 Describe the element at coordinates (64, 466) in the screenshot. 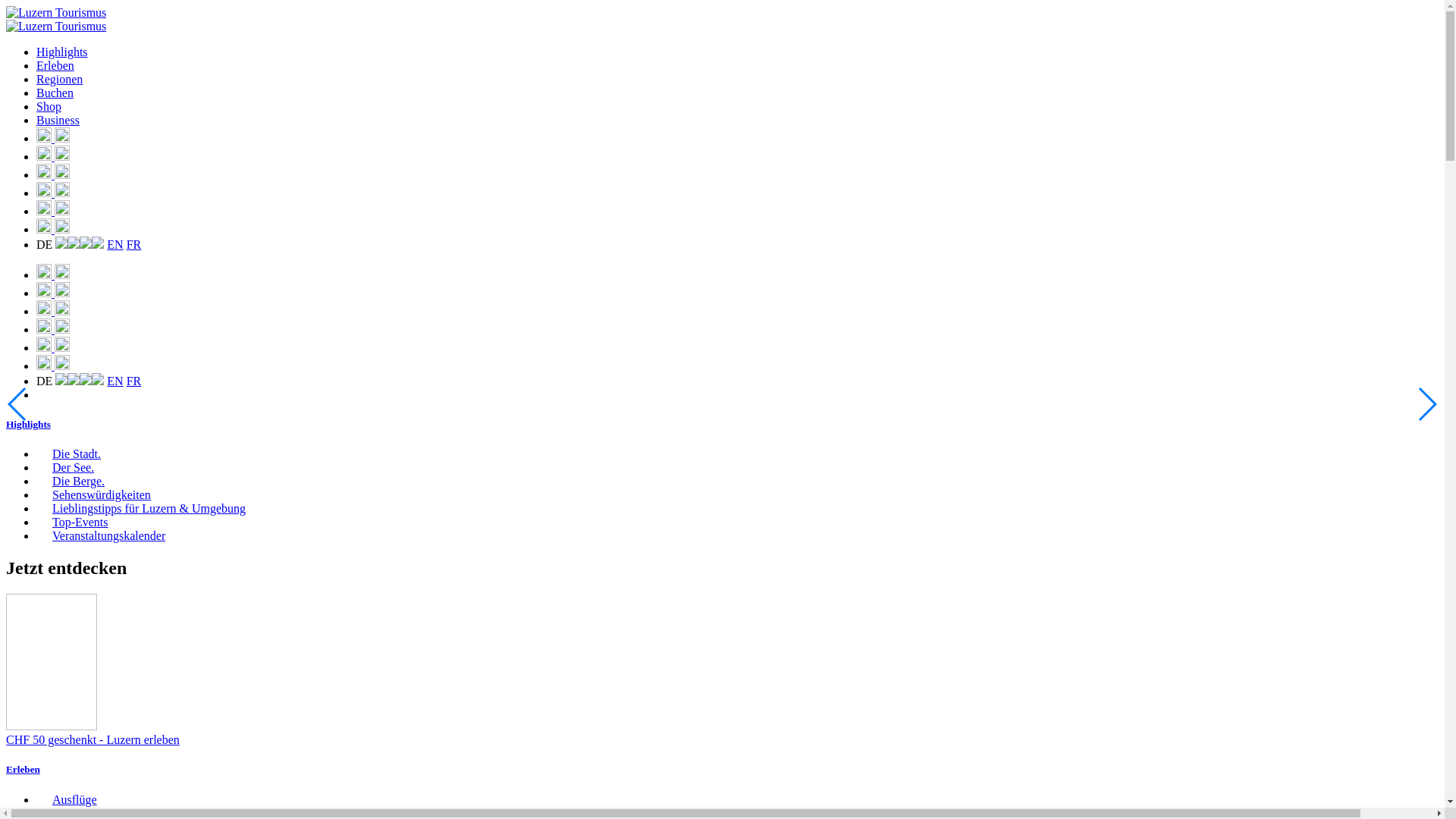

I see `'Der See.'` at that location.